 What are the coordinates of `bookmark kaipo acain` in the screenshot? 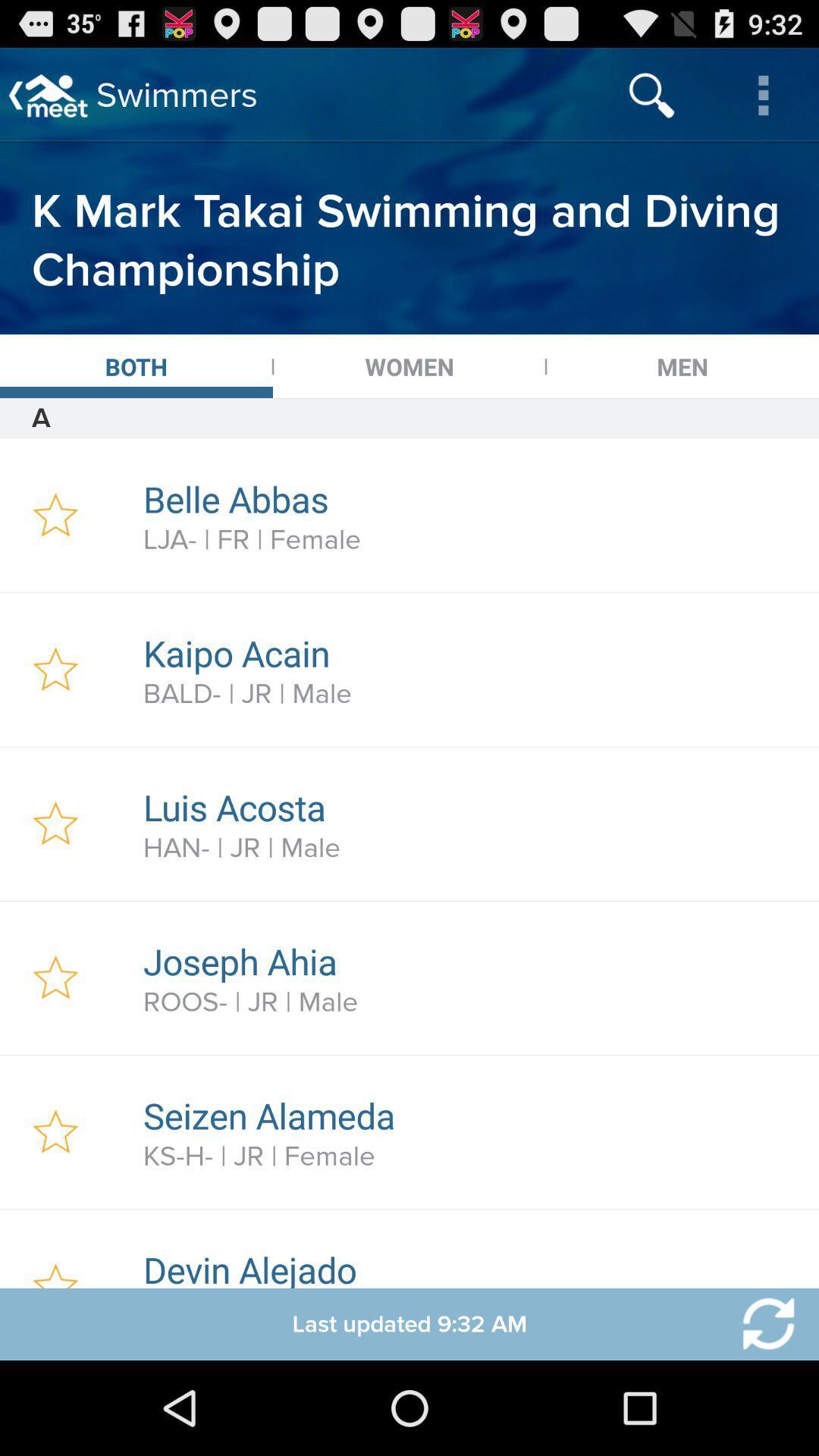 It's located at (55, 669).